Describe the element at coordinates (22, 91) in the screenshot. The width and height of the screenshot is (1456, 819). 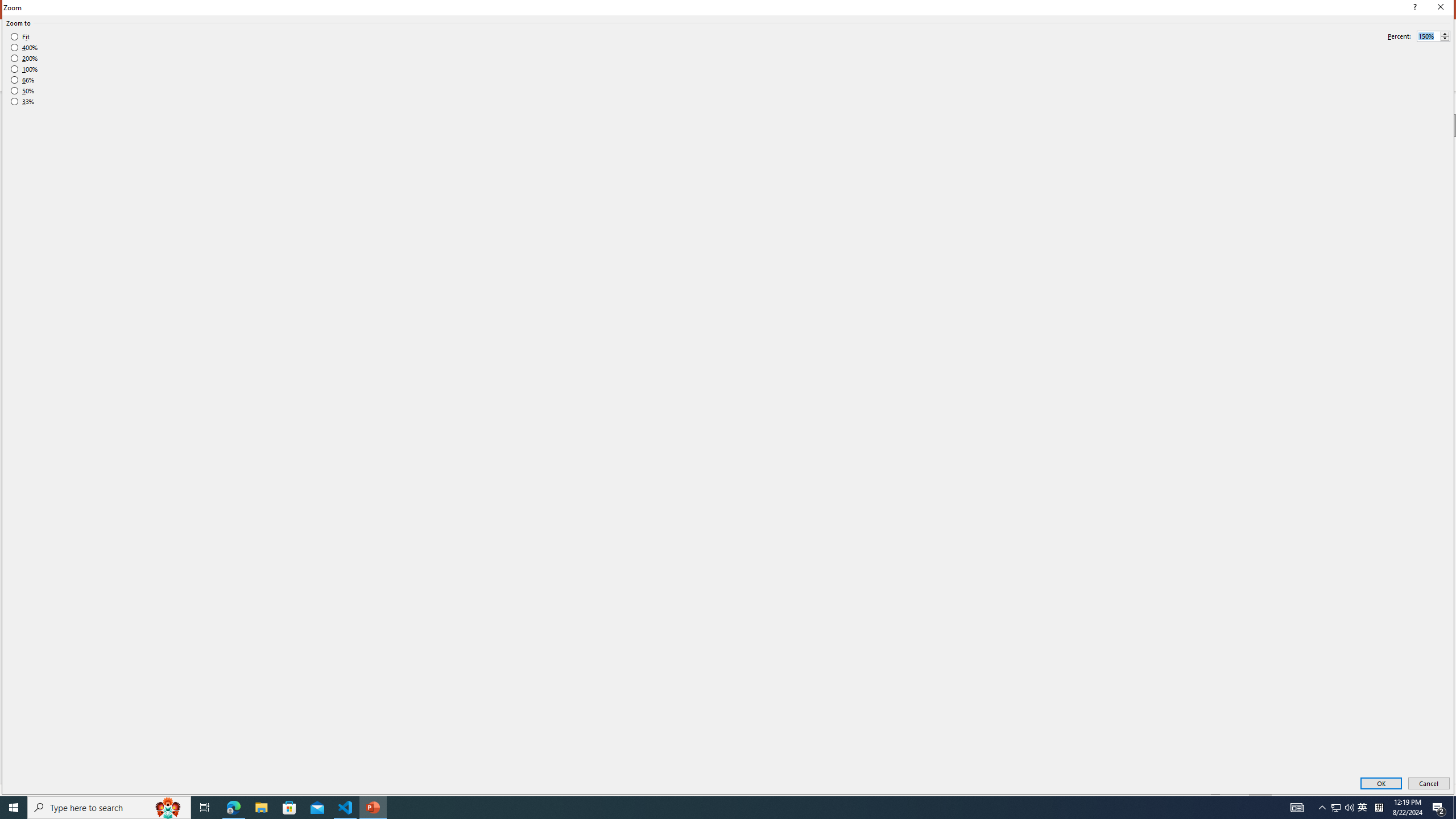
I see `'50%'` at that location.